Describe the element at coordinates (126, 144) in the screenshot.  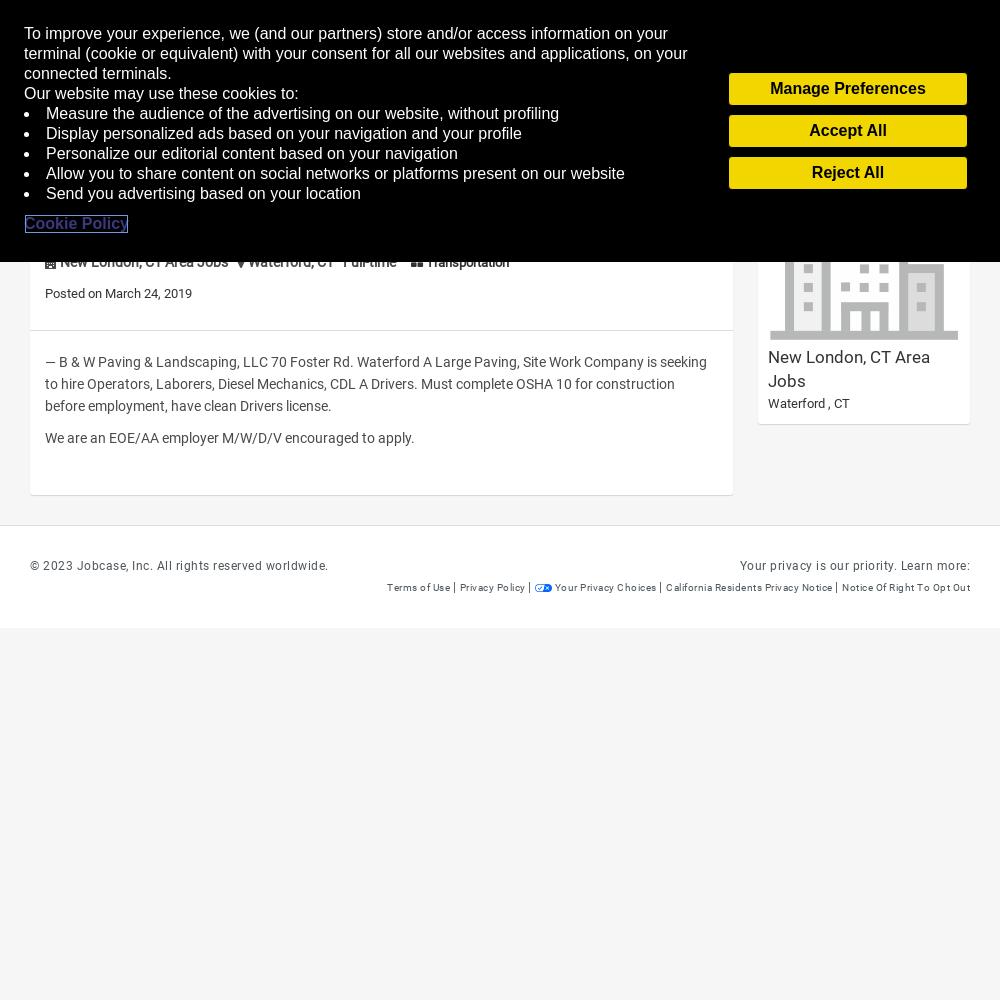
I see `'This job posting has expired.'` at that location.